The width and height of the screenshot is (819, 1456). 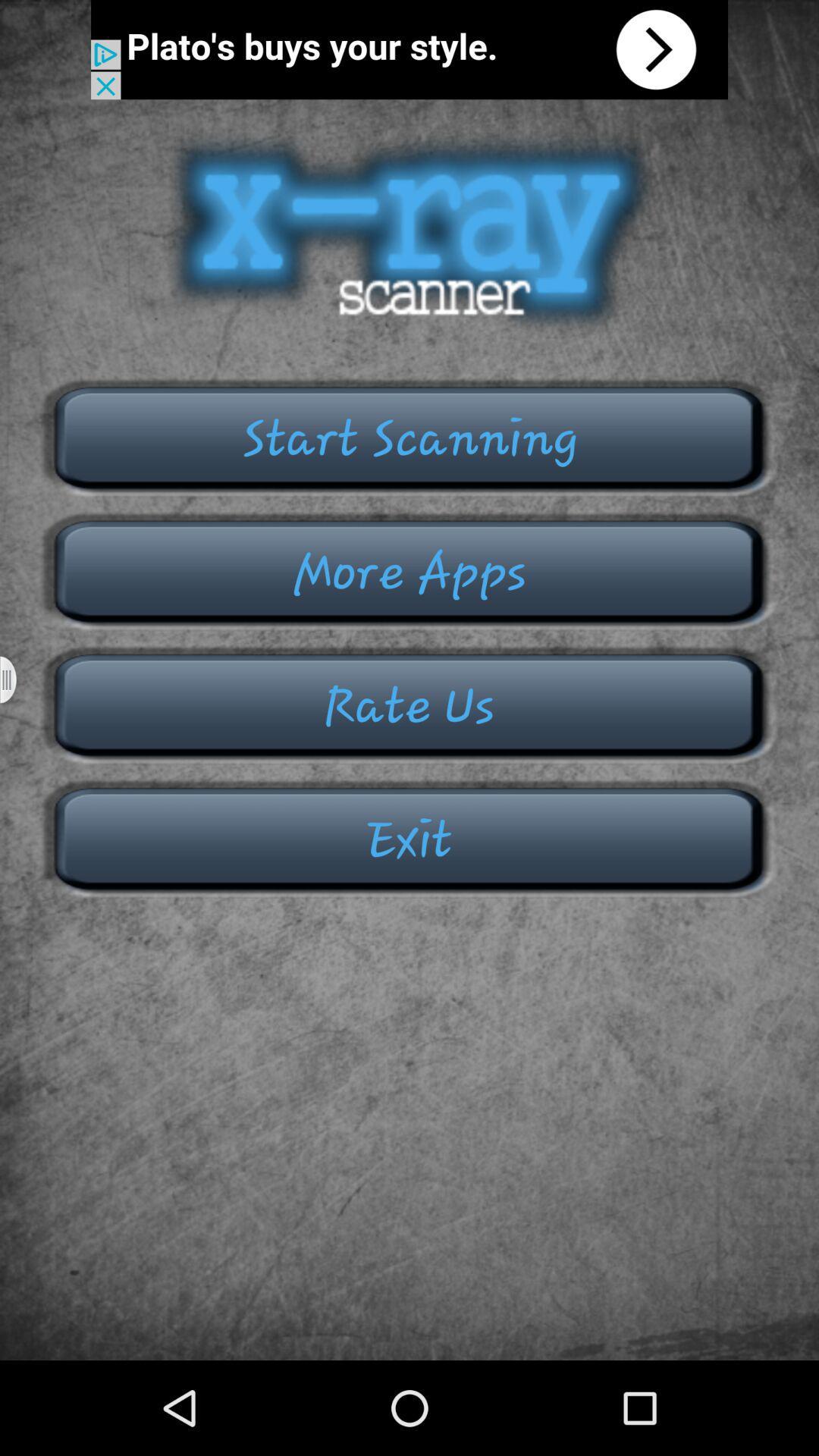 I want to click on go back, so click(x=409, y=49).